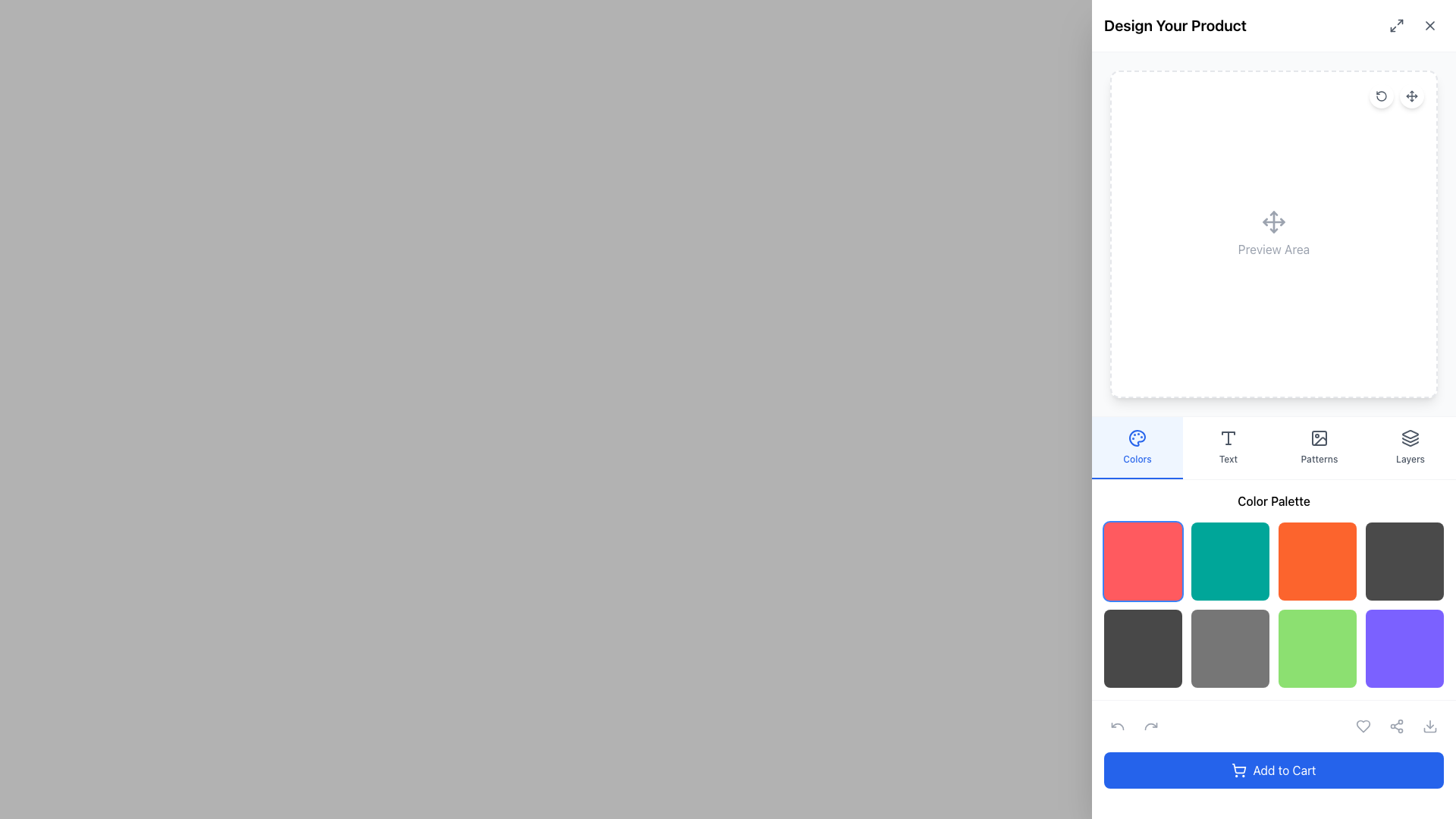 The image size is (1456, 819). What do you see at coordinates (1382, 96) in the screenshot?
I see `the circular button with a left-pointing arrow icon in the top-right corner of the preview area` at bounding box center [1382, 96].